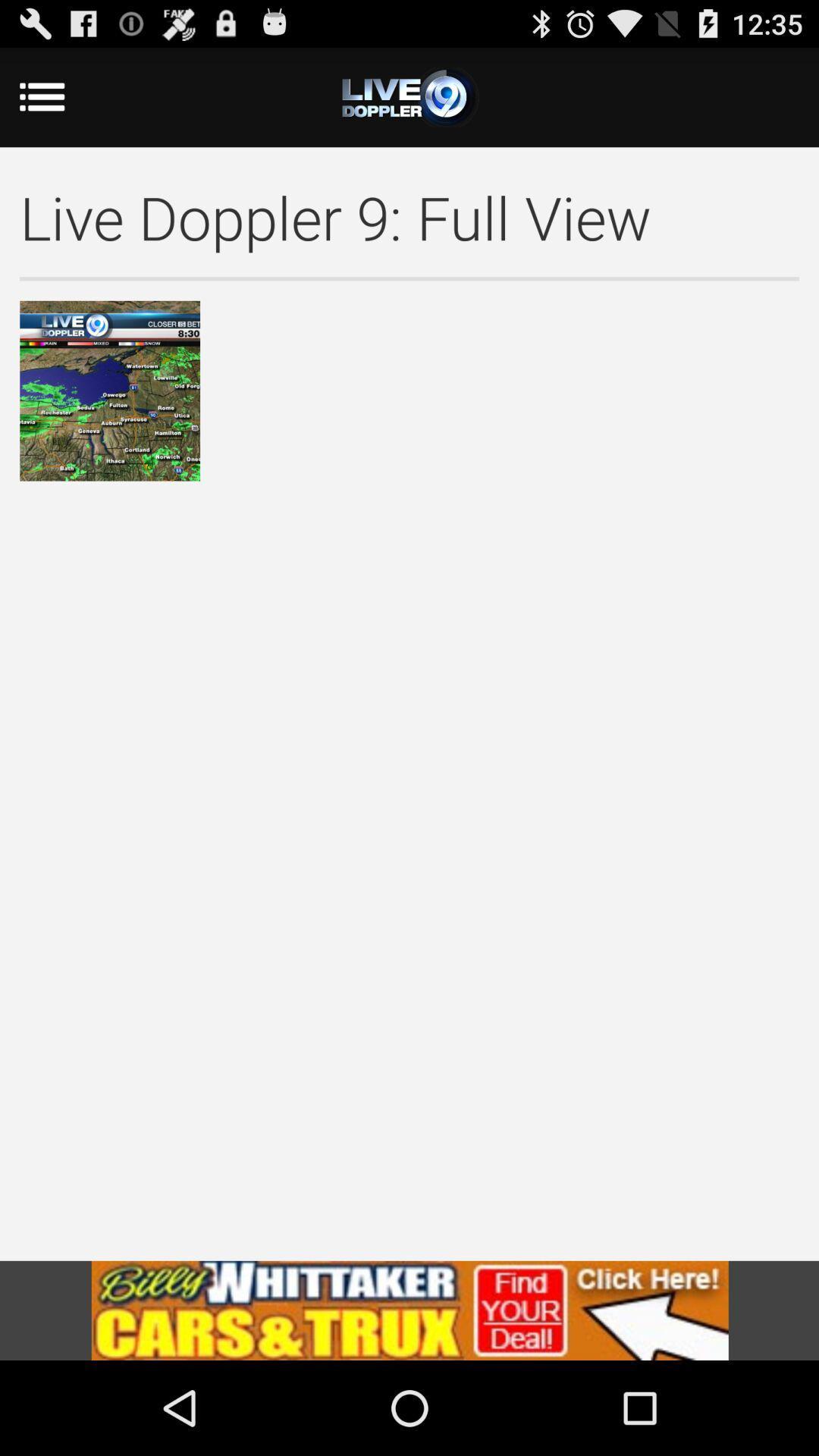  Describe the element at coordinates (409, 1310) in the screenshot. I see `open advertisement` at that location.